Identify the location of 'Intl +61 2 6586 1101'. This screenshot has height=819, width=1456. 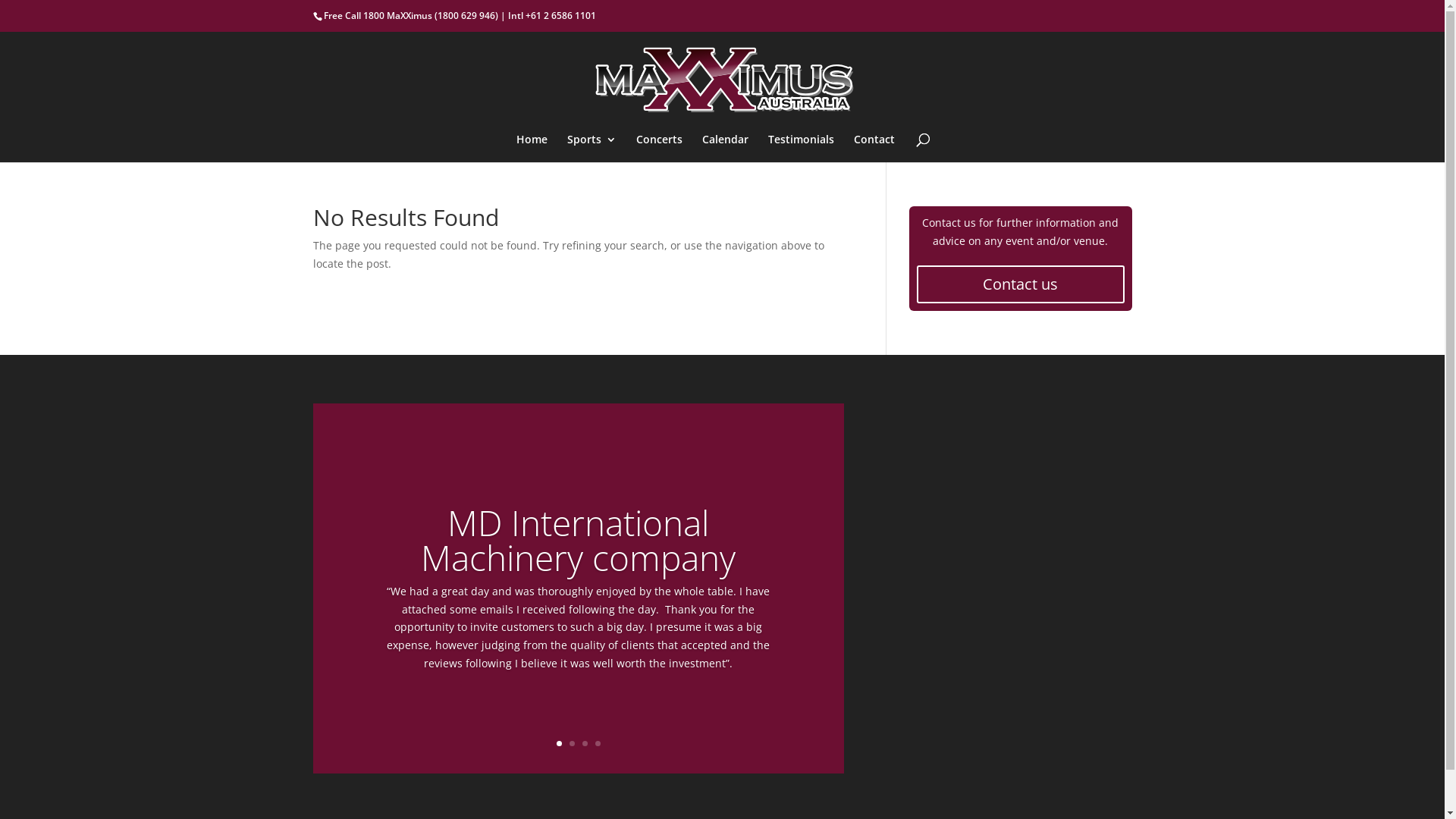
(551, 15).